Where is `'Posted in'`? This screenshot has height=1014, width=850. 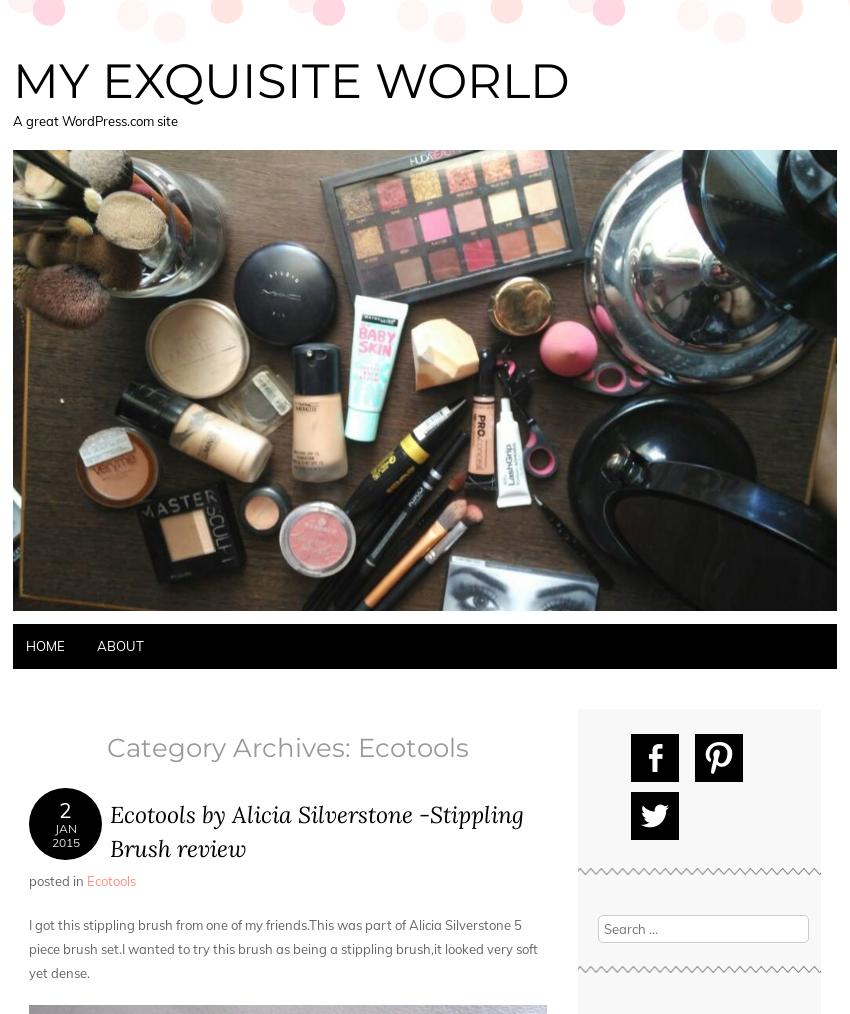 'Posted in' is located at coordinates (57, 879).